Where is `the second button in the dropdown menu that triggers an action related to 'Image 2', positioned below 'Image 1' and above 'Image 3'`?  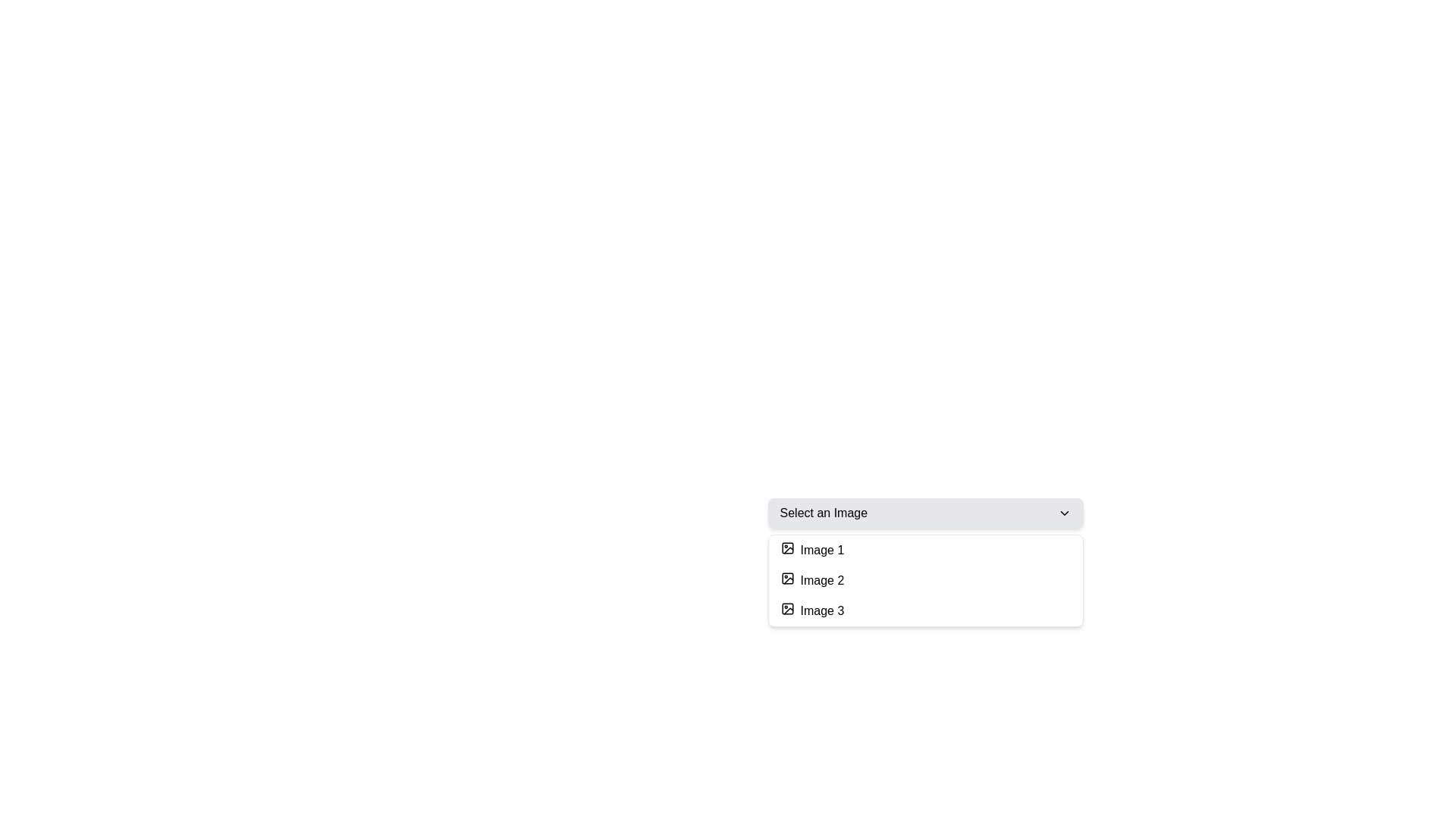 the second button in the dropdown menu that triggers an action related to 'Image 2', positioned below 'Image 1' and above 'Image 3' is located at coordinates (924, 580).